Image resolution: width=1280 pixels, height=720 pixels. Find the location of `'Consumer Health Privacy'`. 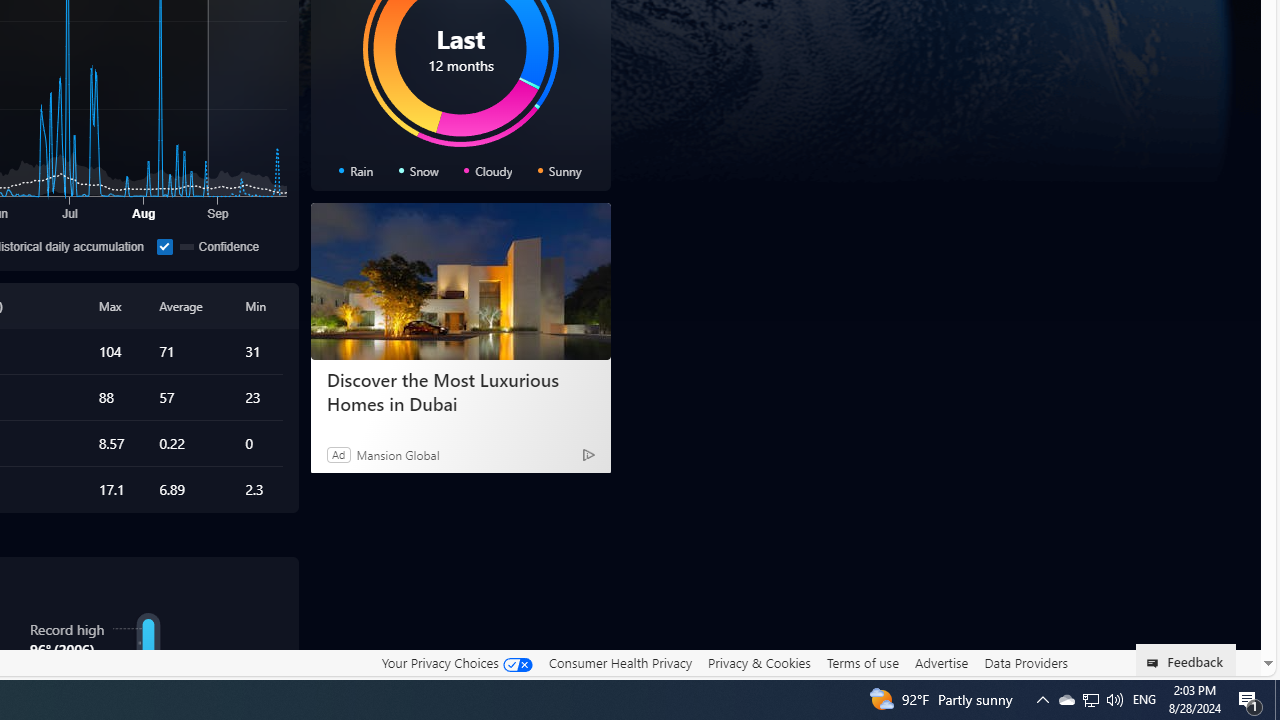

'Consumer Health Privacy' is located at coordinates (619, 662).